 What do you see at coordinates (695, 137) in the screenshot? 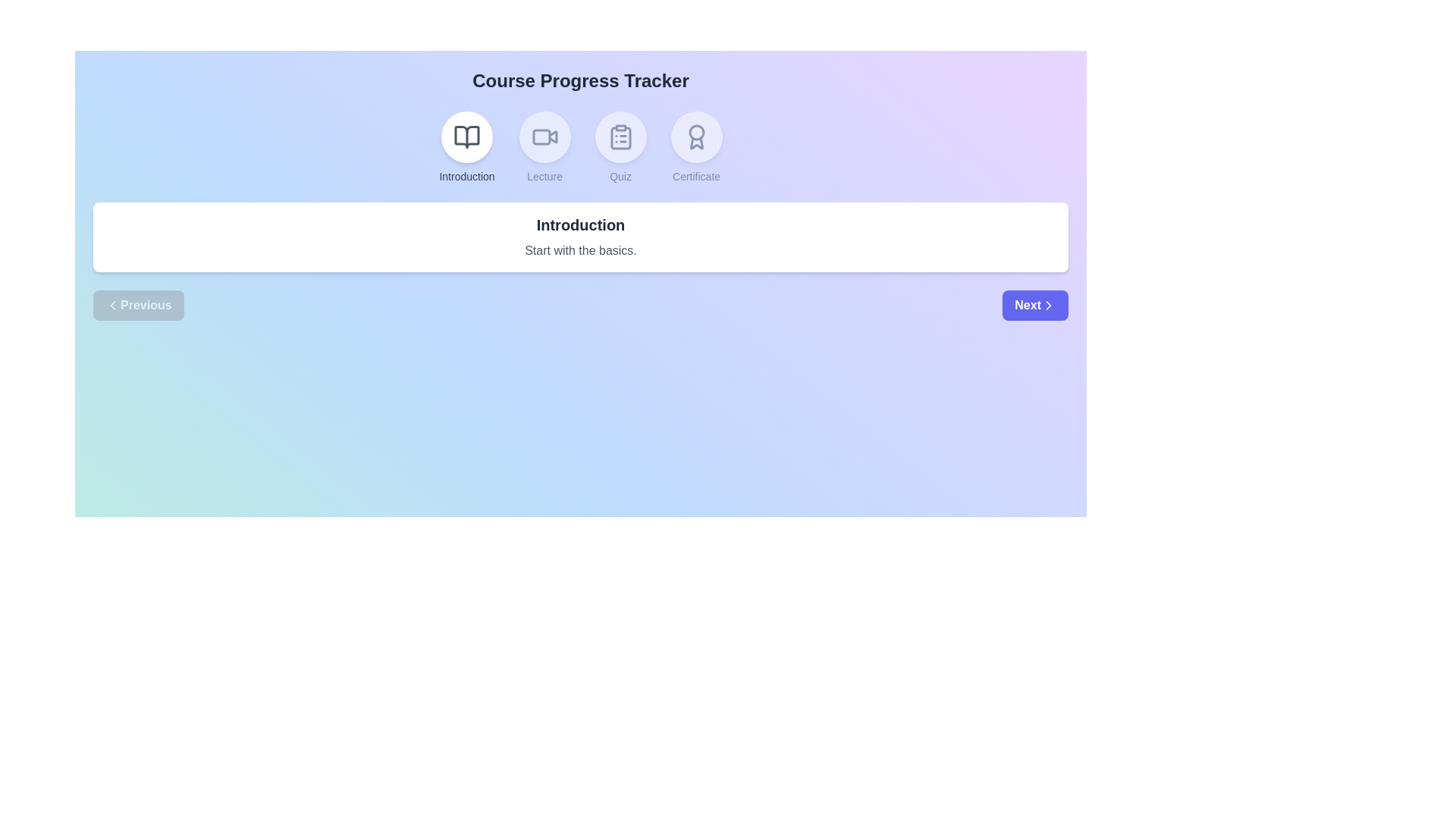
I see `the icon representing the Certificate step in the course progress tracker` at bounding box center [695, 137].